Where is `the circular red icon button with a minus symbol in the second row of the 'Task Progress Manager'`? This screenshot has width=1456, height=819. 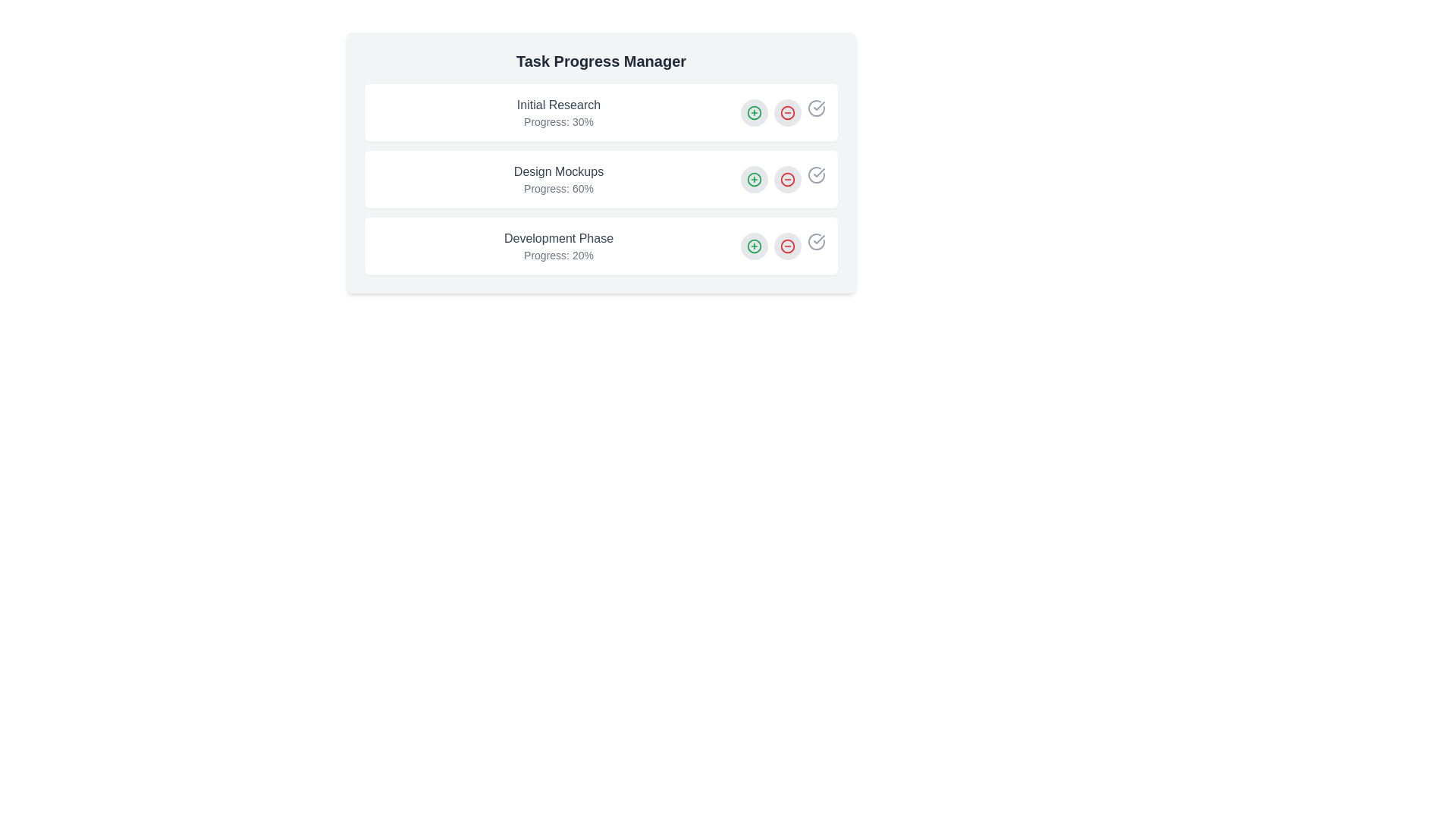 the circular red icon button with a minus symbol in the second row of the 'Task Progress Manager' is located at coordinates (787, 178).